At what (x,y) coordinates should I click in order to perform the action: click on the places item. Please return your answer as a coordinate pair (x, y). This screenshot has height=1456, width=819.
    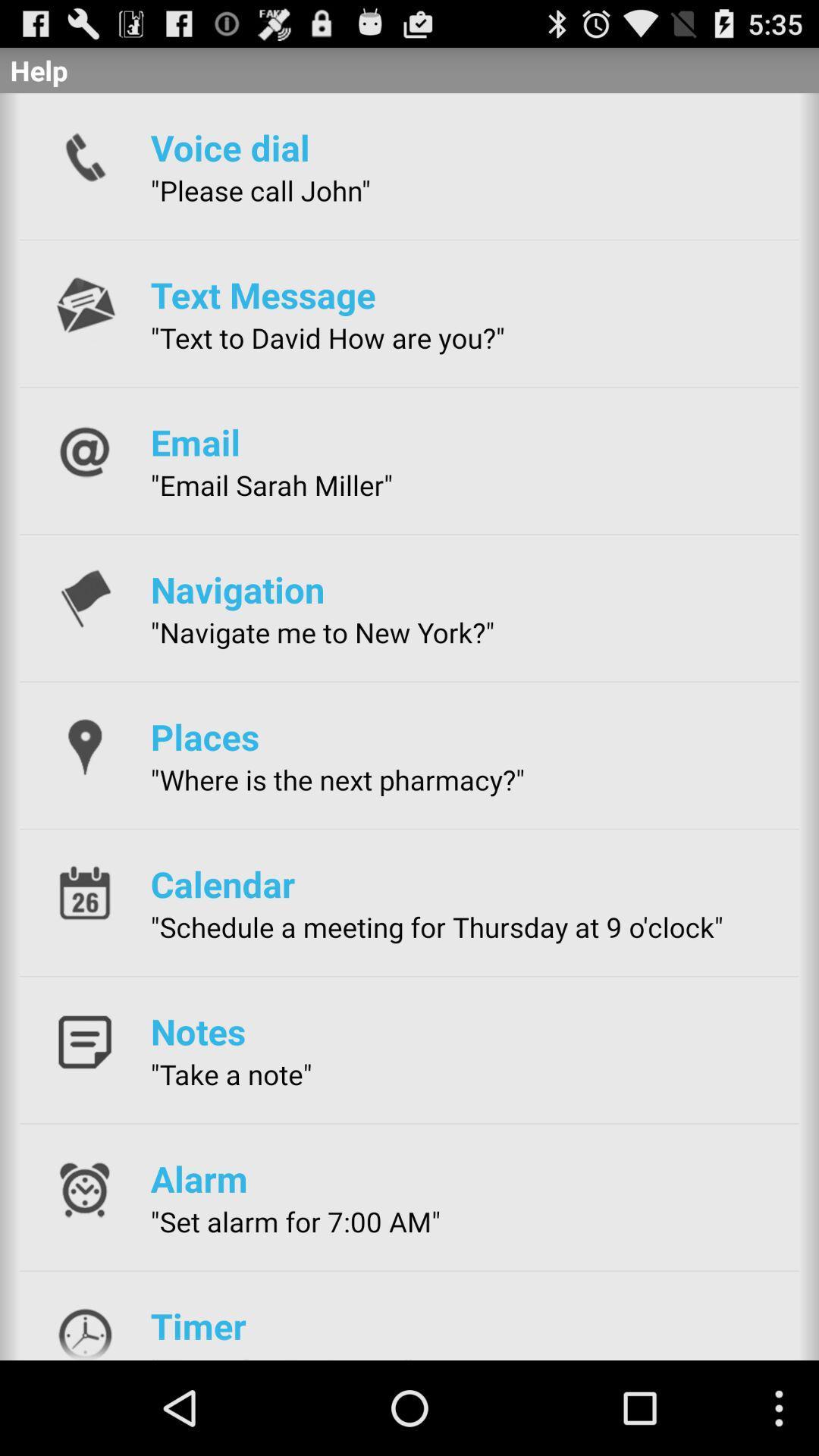
    Looking at the image, I should click on (205, 736).